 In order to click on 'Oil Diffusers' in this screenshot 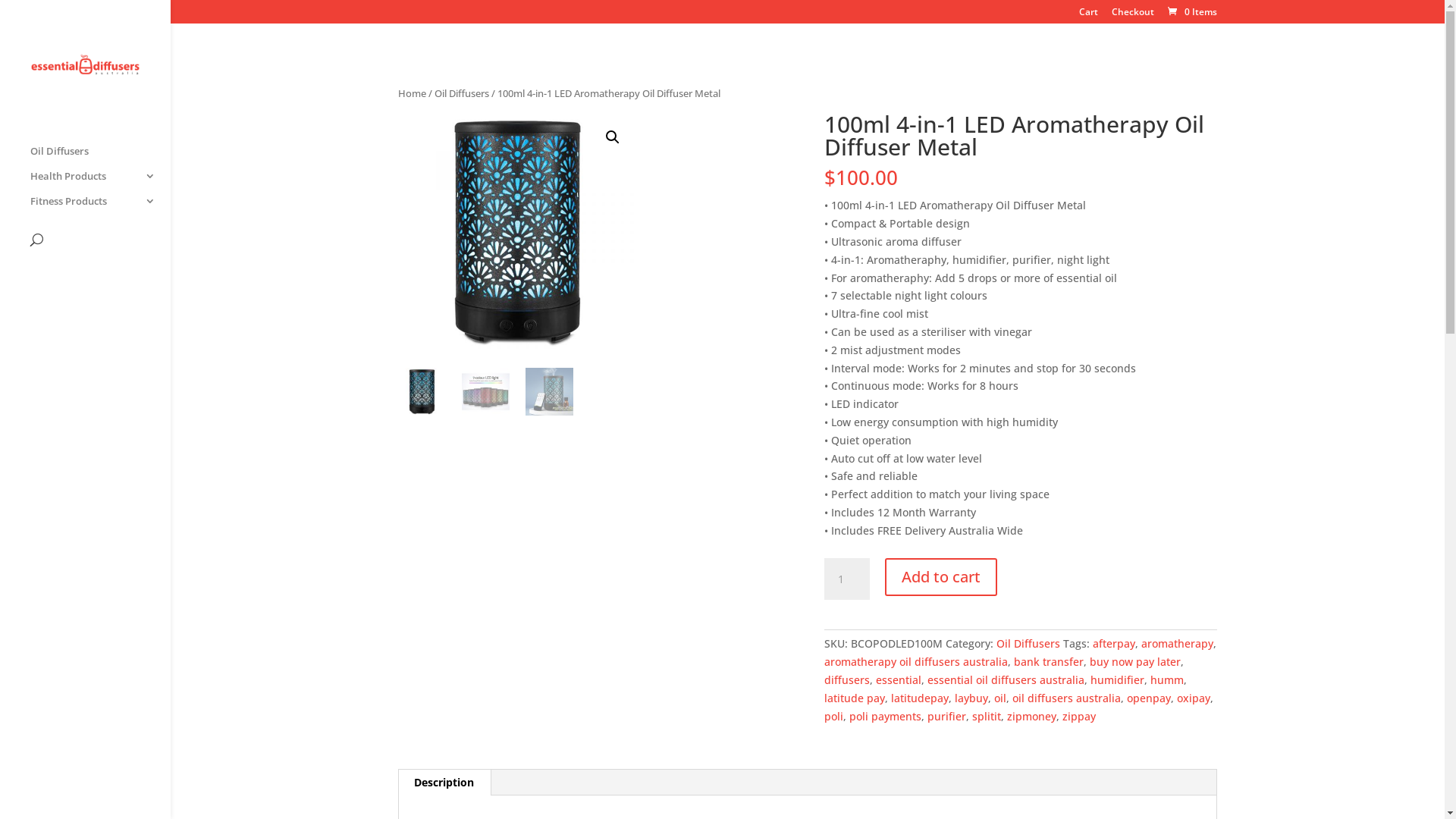, I will do `click(461, 93)`.